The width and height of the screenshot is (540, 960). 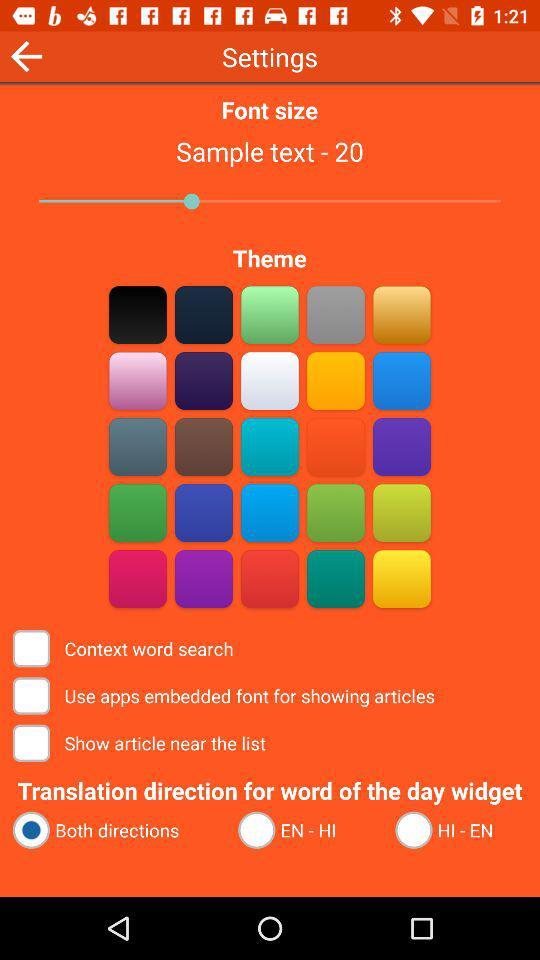 I want to click on green theme, so click(x=335, y=578).